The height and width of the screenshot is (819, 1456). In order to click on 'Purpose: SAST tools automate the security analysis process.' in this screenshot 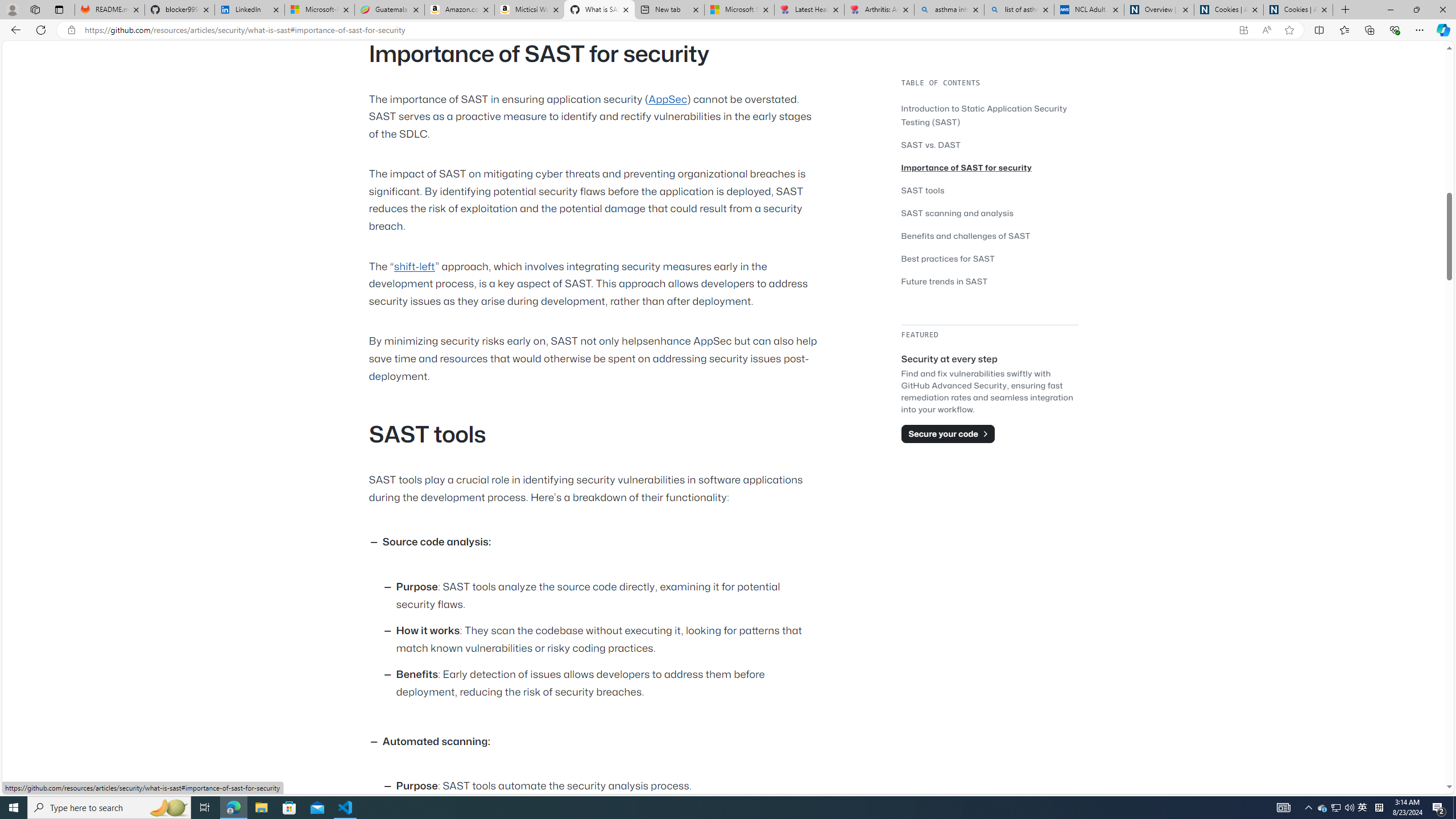, I will do `click(608, 786)`.